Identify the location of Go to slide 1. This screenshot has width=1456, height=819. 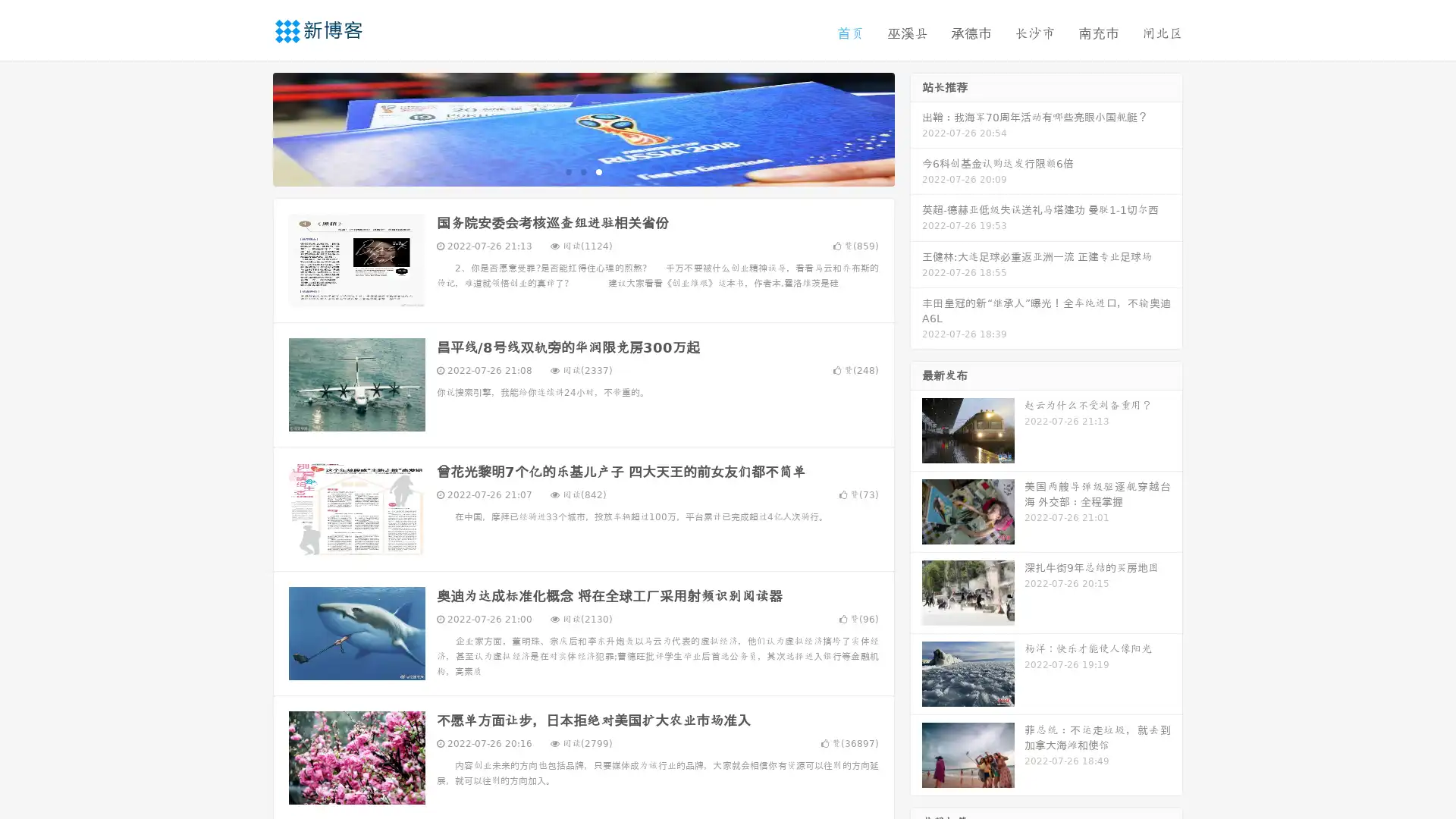
(567, 171).